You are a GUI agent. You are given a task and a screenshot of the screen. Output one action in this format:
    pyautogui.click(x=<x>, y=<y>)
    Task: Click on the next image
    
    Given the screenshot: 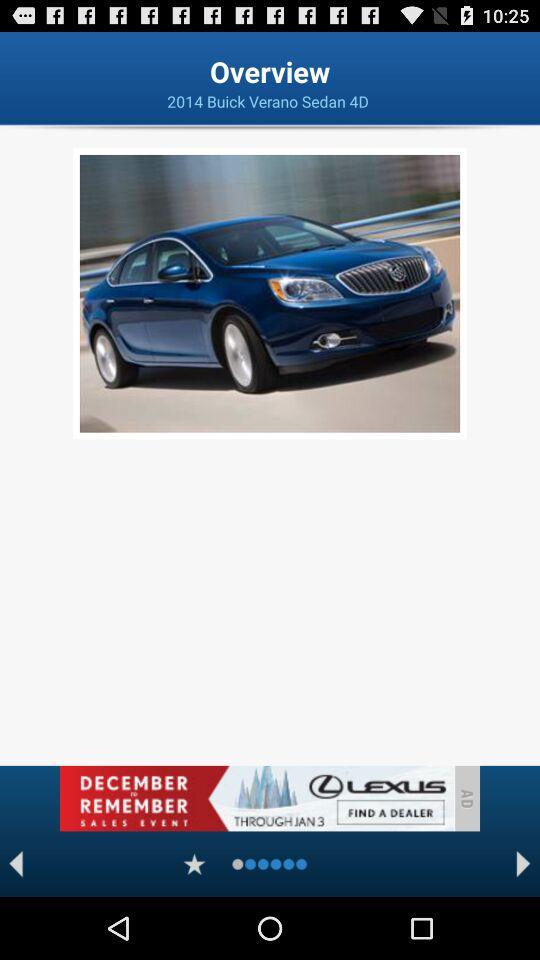 What is the action you would take?
    pyautogui.click(x=523, y=863)
    